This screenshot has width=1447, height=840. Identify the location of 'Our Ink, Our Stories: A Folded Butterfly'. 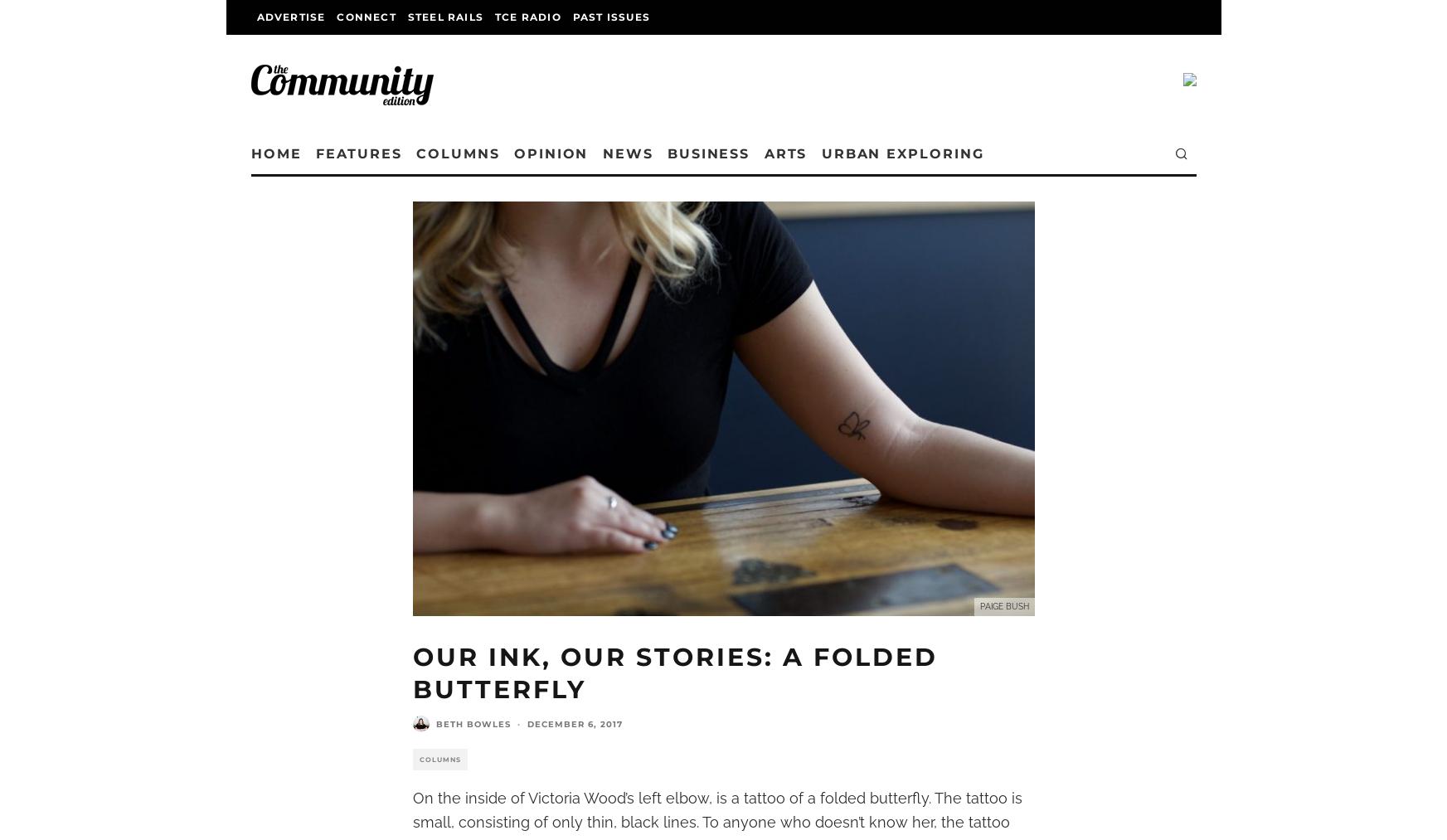
(673, 672).